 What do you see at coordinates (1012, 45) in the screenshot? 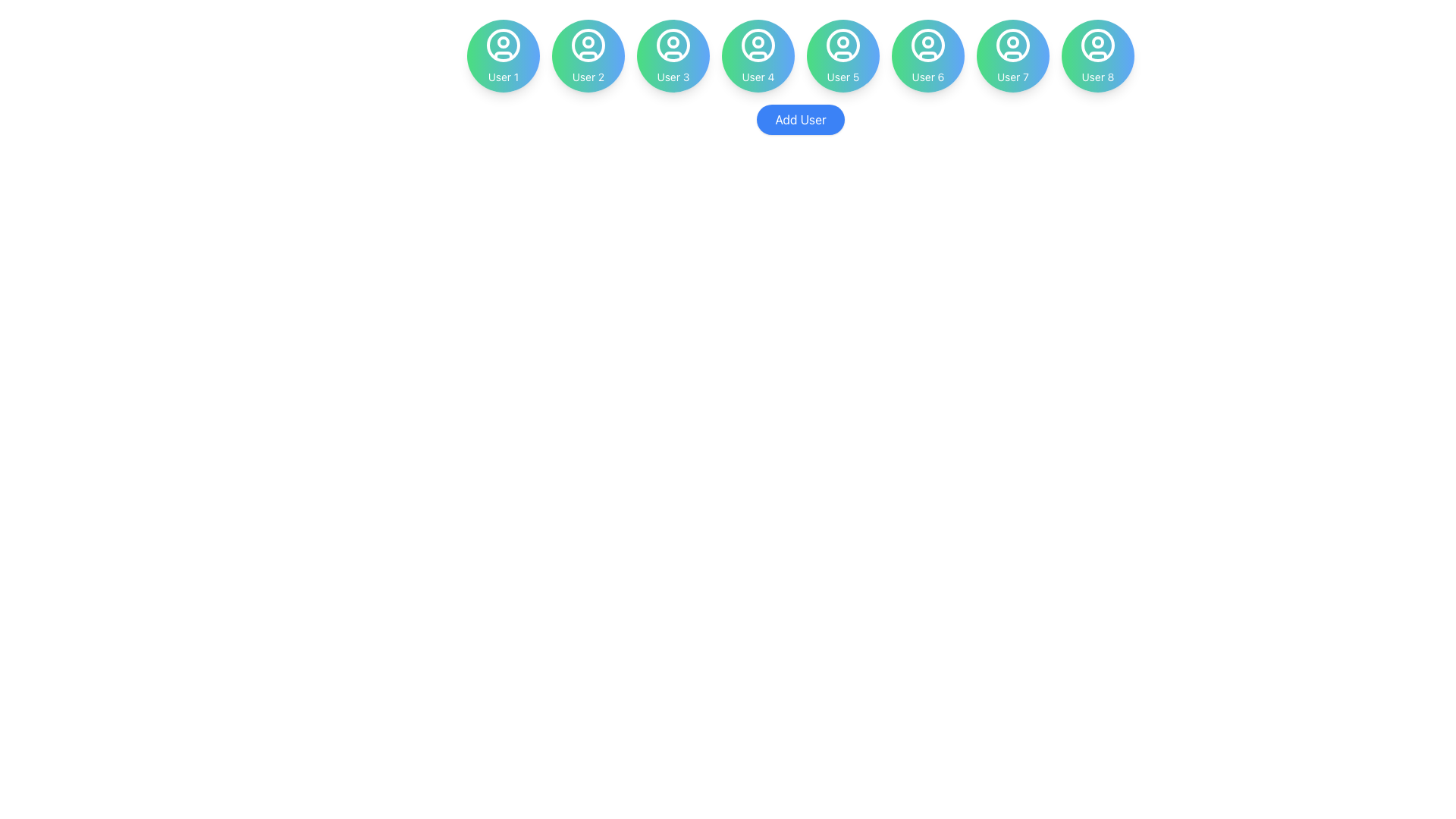
I see `the circular user icon labeled 'User 7' to view the associated user information` at bounding box center [1012, 45].